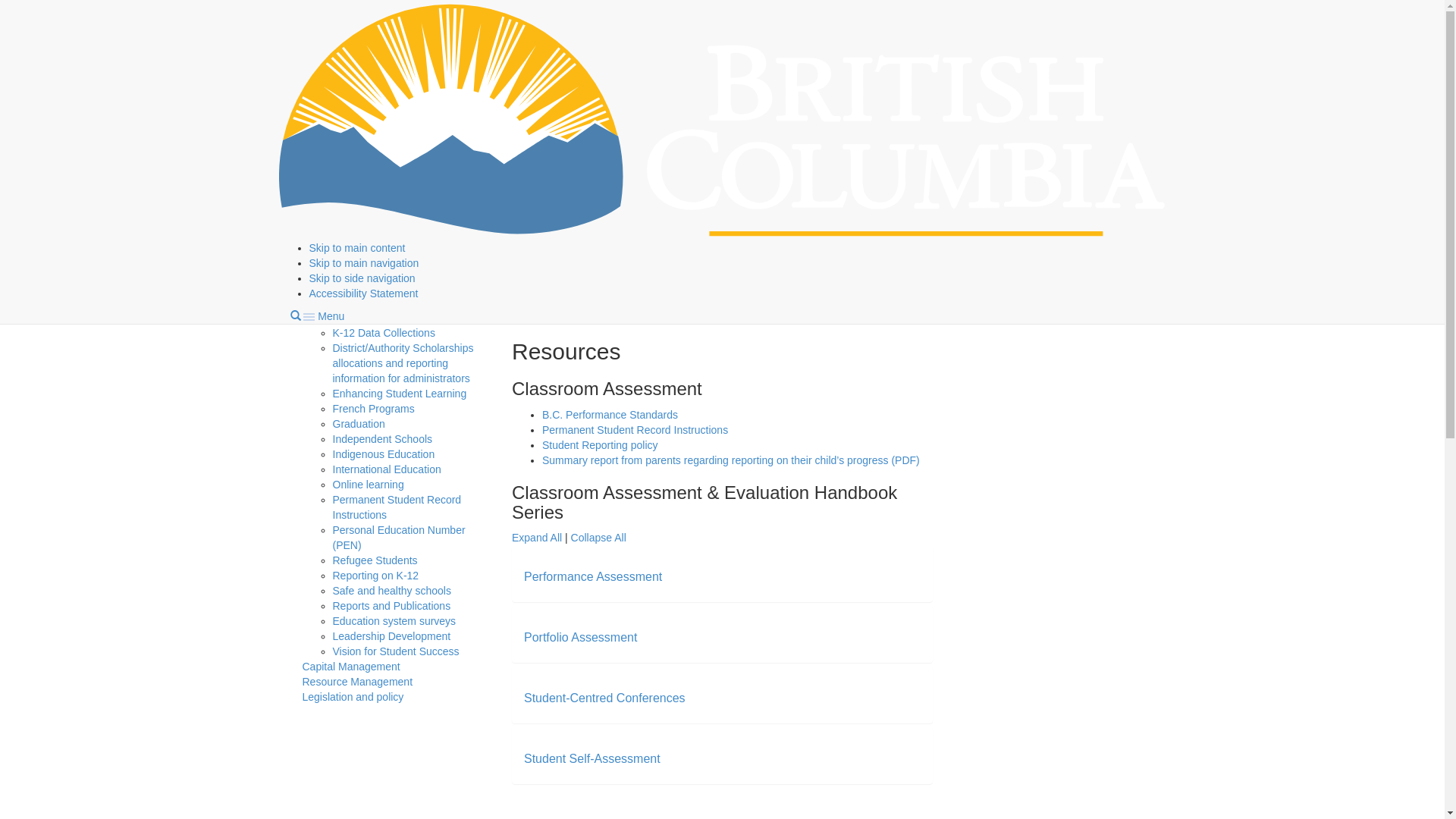 The width and height of the screenshot is (1456, 819). Describe the element at coordinates (391, 636) in the screenshot. I see `'Leadership Development'` at that location.